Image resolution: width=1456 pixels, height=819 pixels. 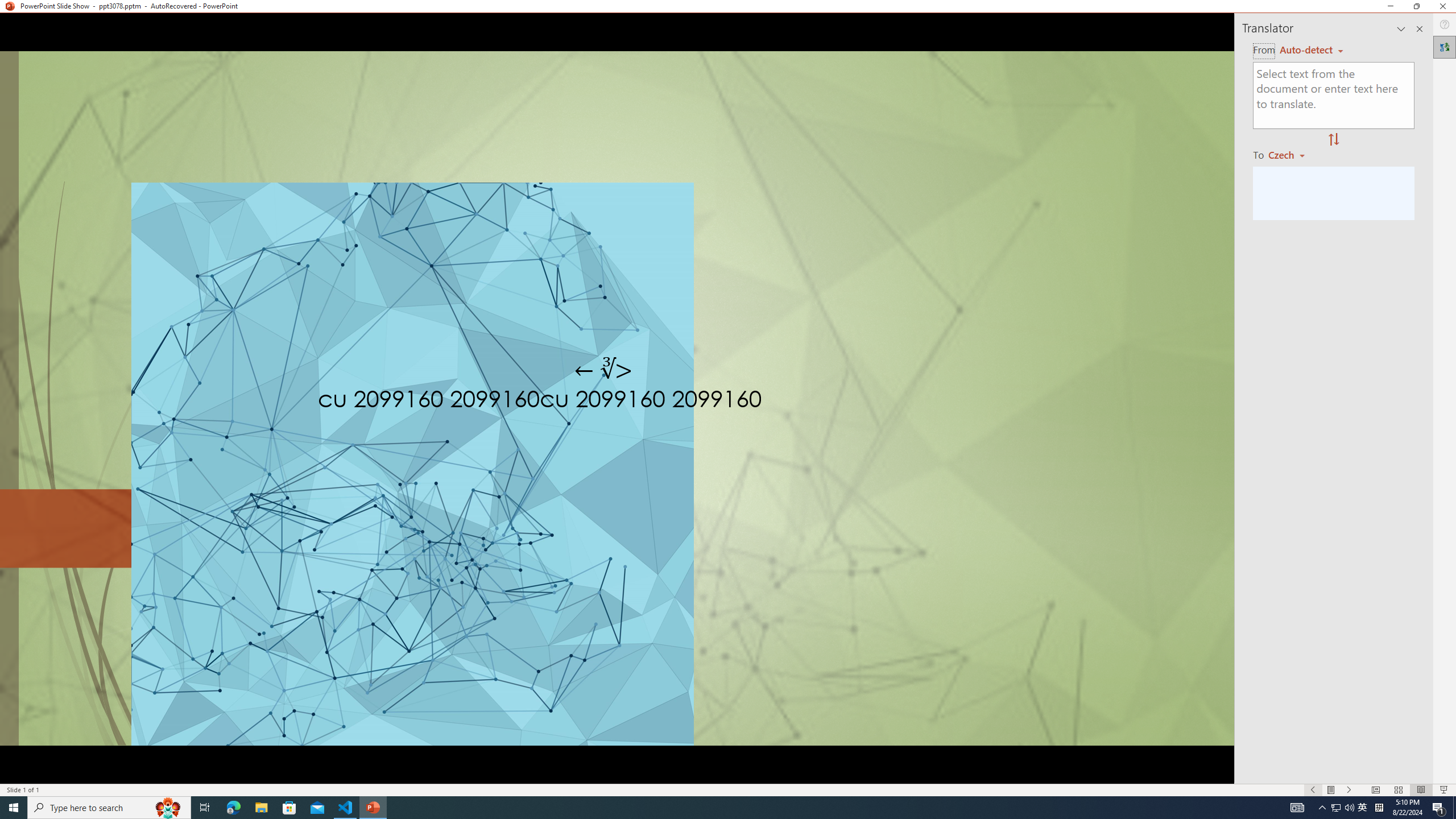 I want to click on 'Slide Show Previous On', so click(x=1313, y=790).